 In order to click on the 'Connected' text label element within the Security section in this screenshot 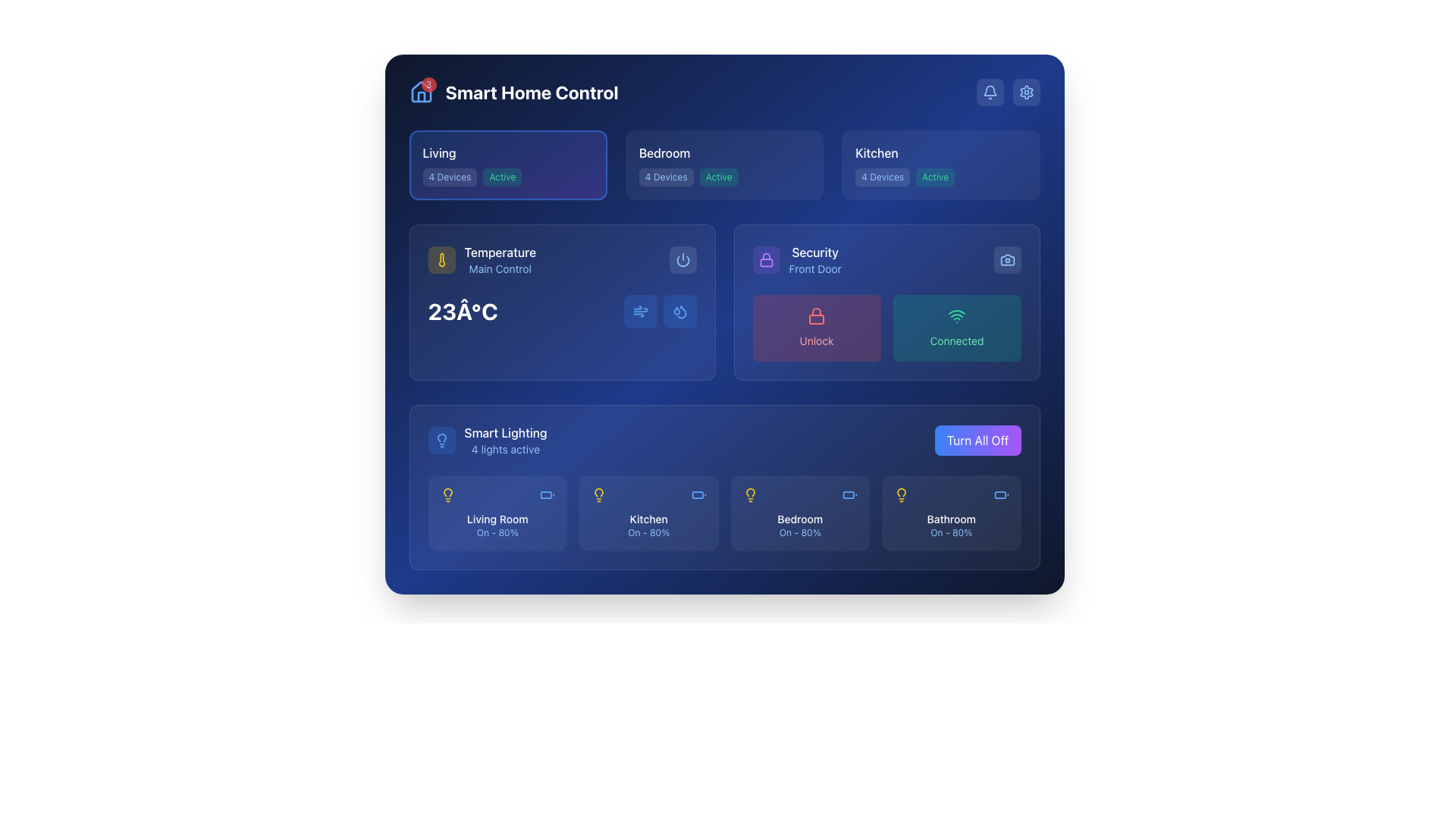, I will do `click(956, 340)`.